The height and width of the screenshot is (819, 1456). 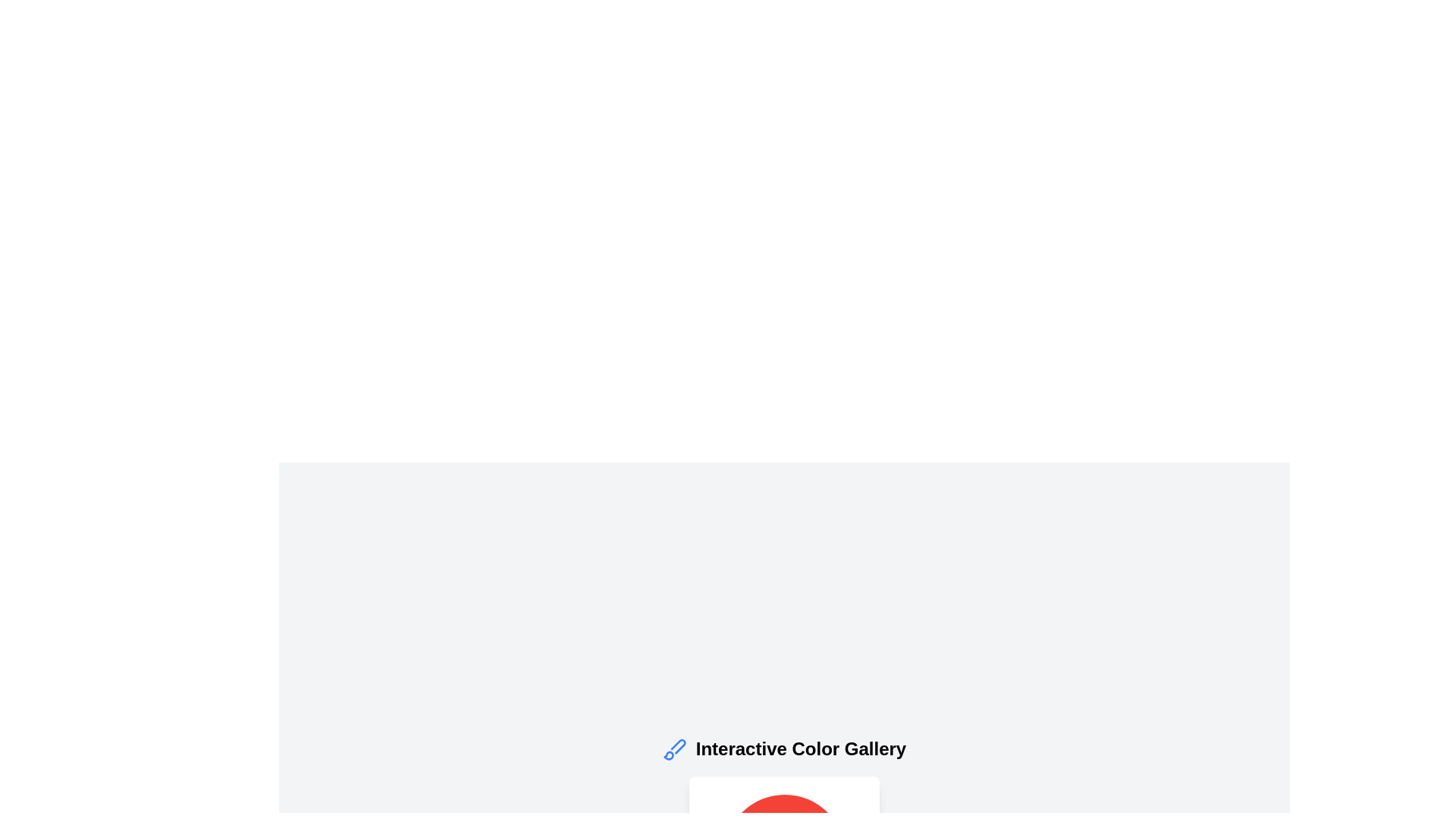 I want to click on the blue brush-like graphic icon located to the left of the 'Interactive Color Gallery' title text, so click(x=673, y=748).